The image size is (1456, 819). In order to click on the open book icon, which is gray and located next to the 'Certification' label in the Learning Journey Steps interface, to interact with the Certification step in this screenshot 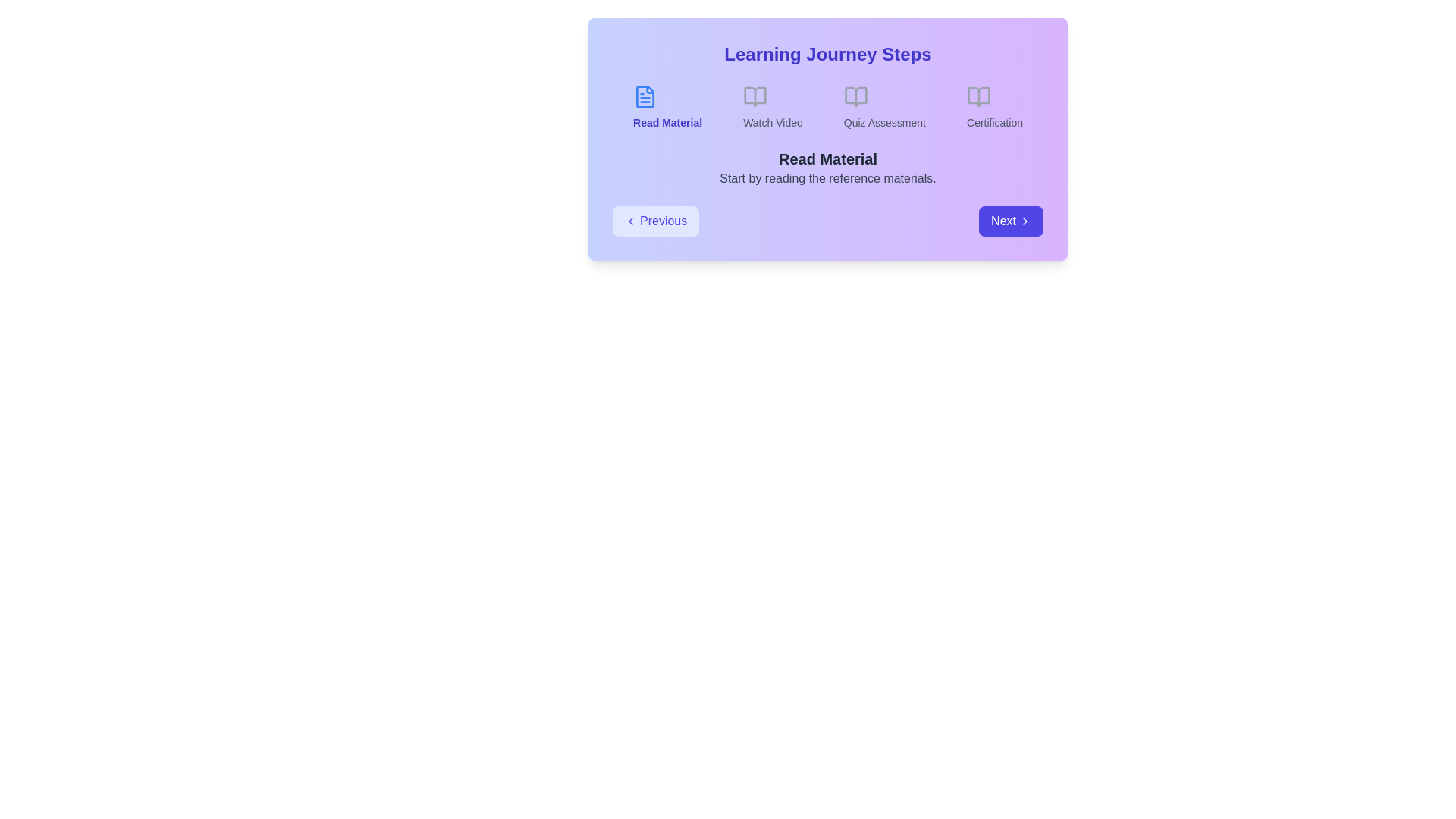, I will do `click(979, 96)`.